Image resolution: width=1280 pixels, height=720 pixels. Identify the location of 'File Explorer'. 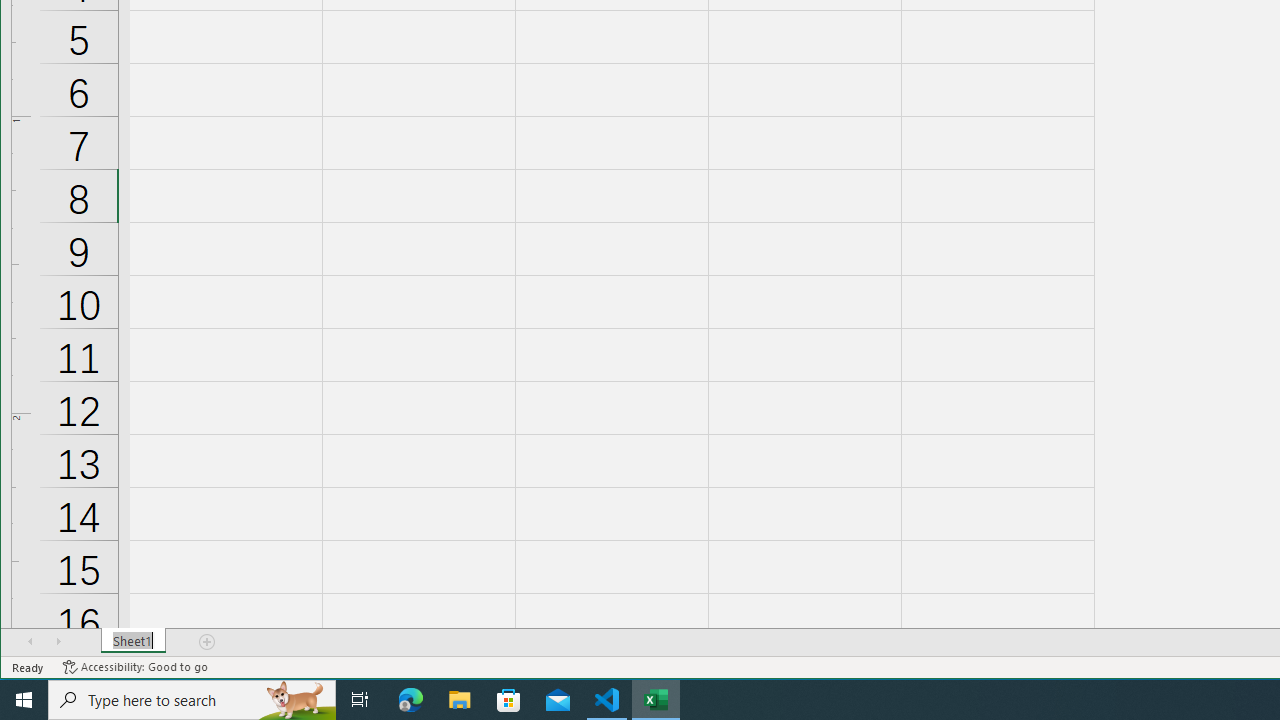
(459, 698).